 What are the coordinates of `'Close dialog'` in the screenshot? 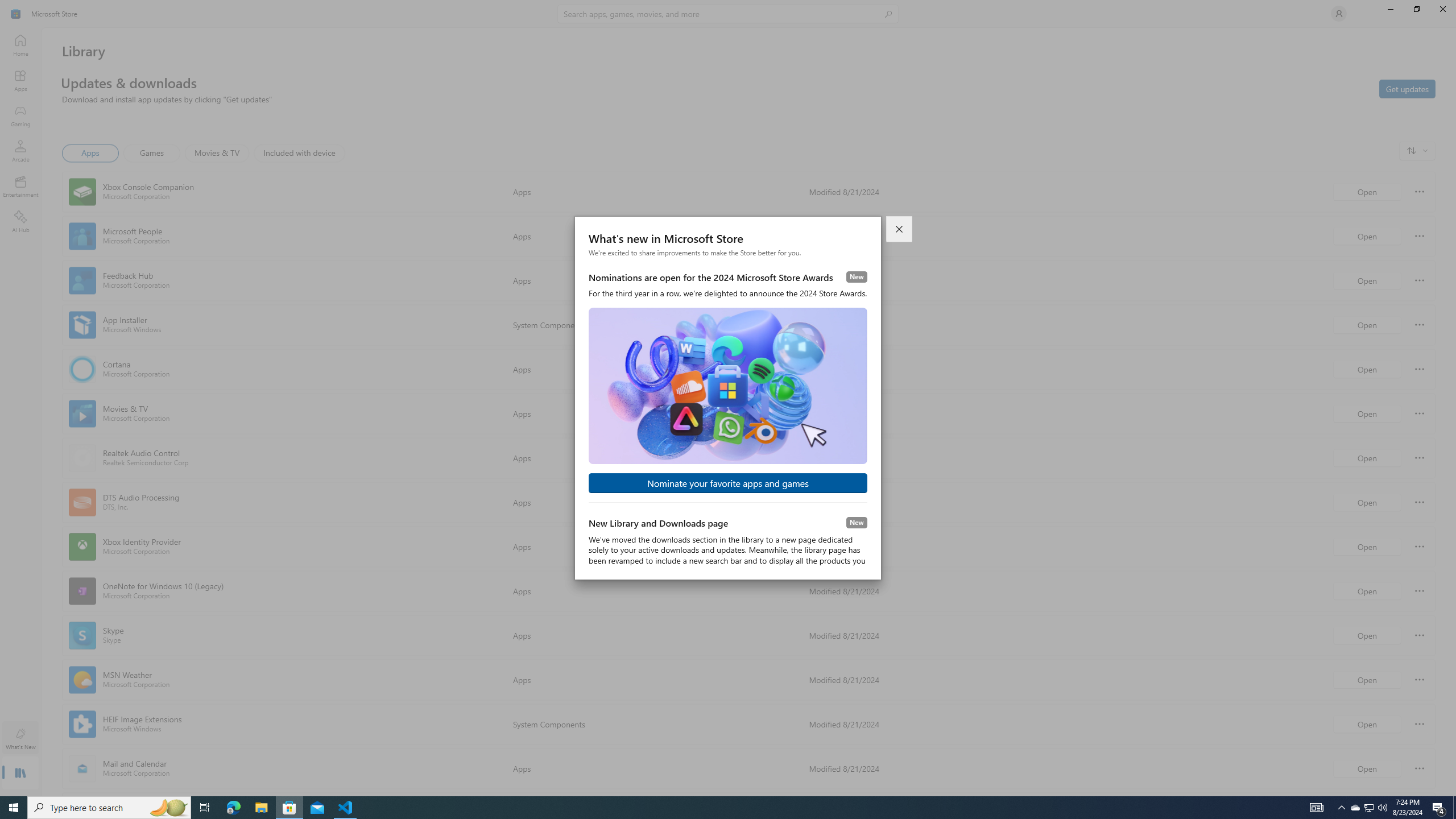 It's located at (899, 229).